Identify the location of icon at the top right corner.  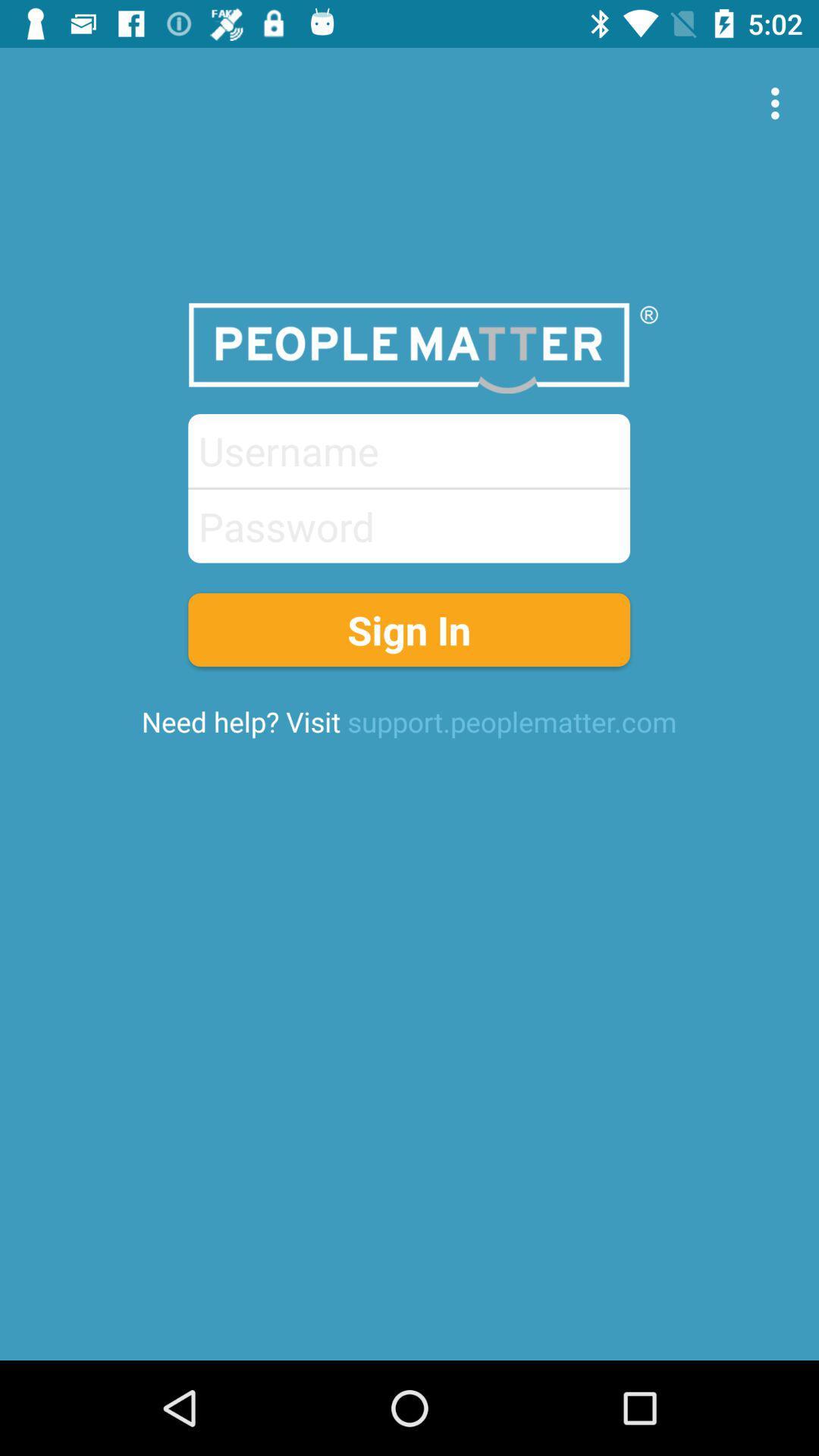
(779, 102).